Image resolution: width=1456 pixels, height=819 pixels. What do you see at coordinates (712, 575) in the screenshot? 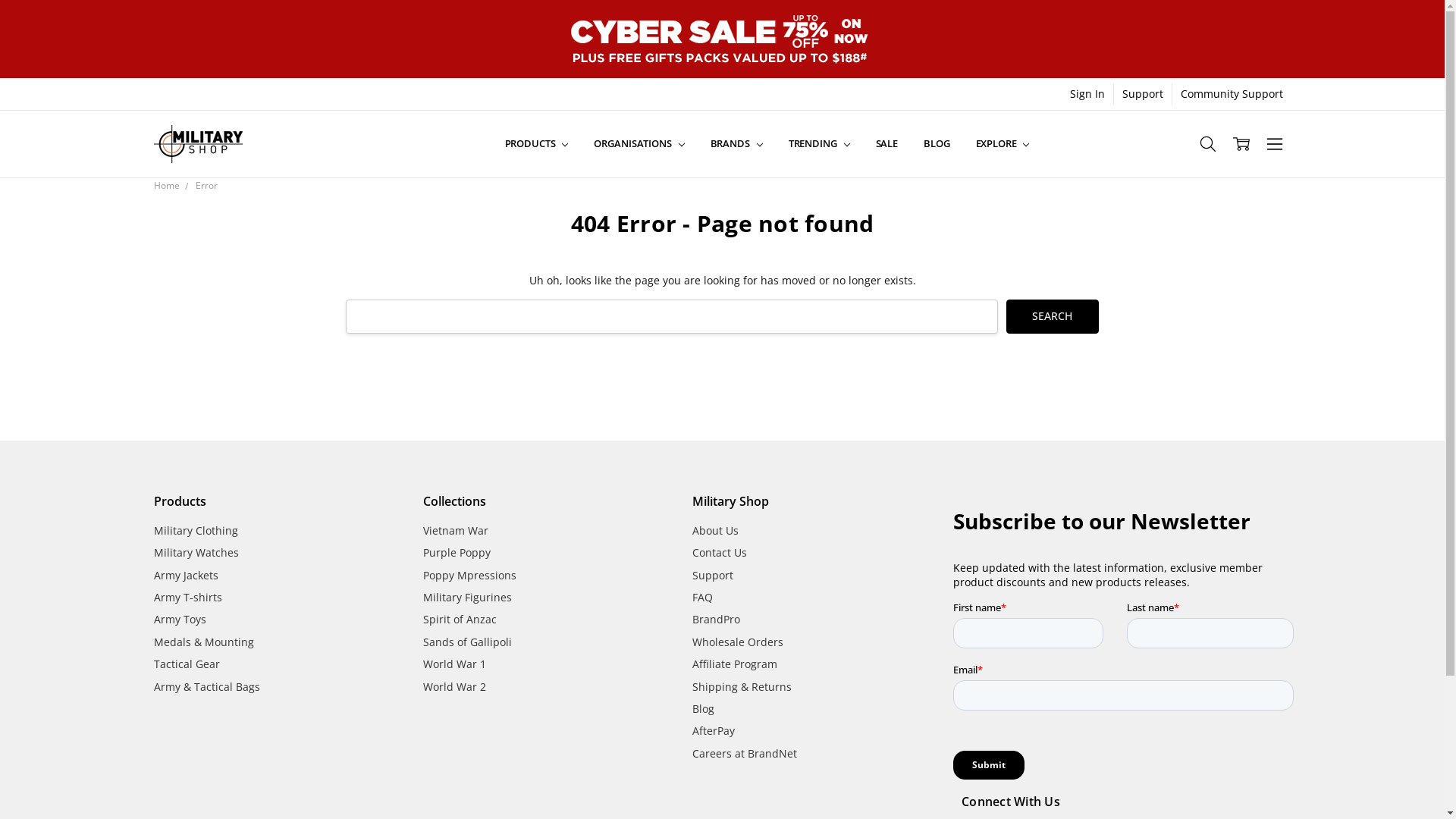
I see `'Support'` at bounding box center [712, 575].